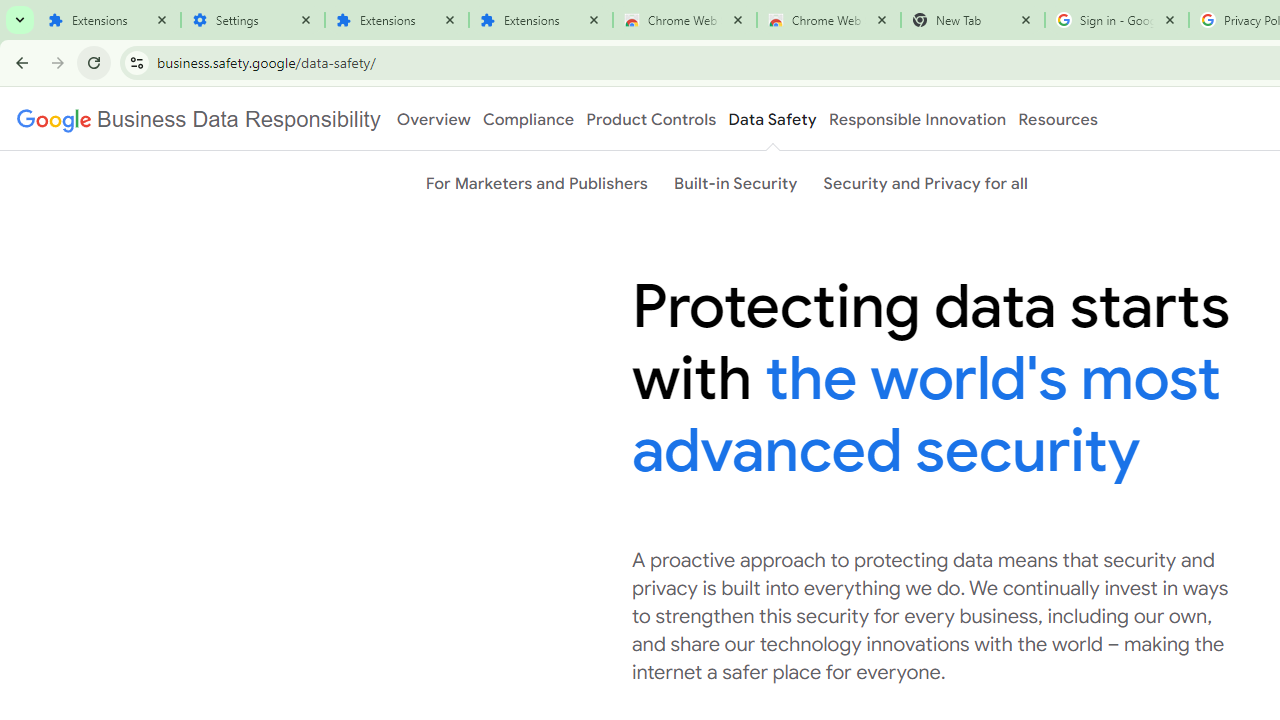 The image size is (1280, 720). Describe the element at coordinates (536, 183) in the screenshot. I see `'For Marketers and Publishers'` at that location.